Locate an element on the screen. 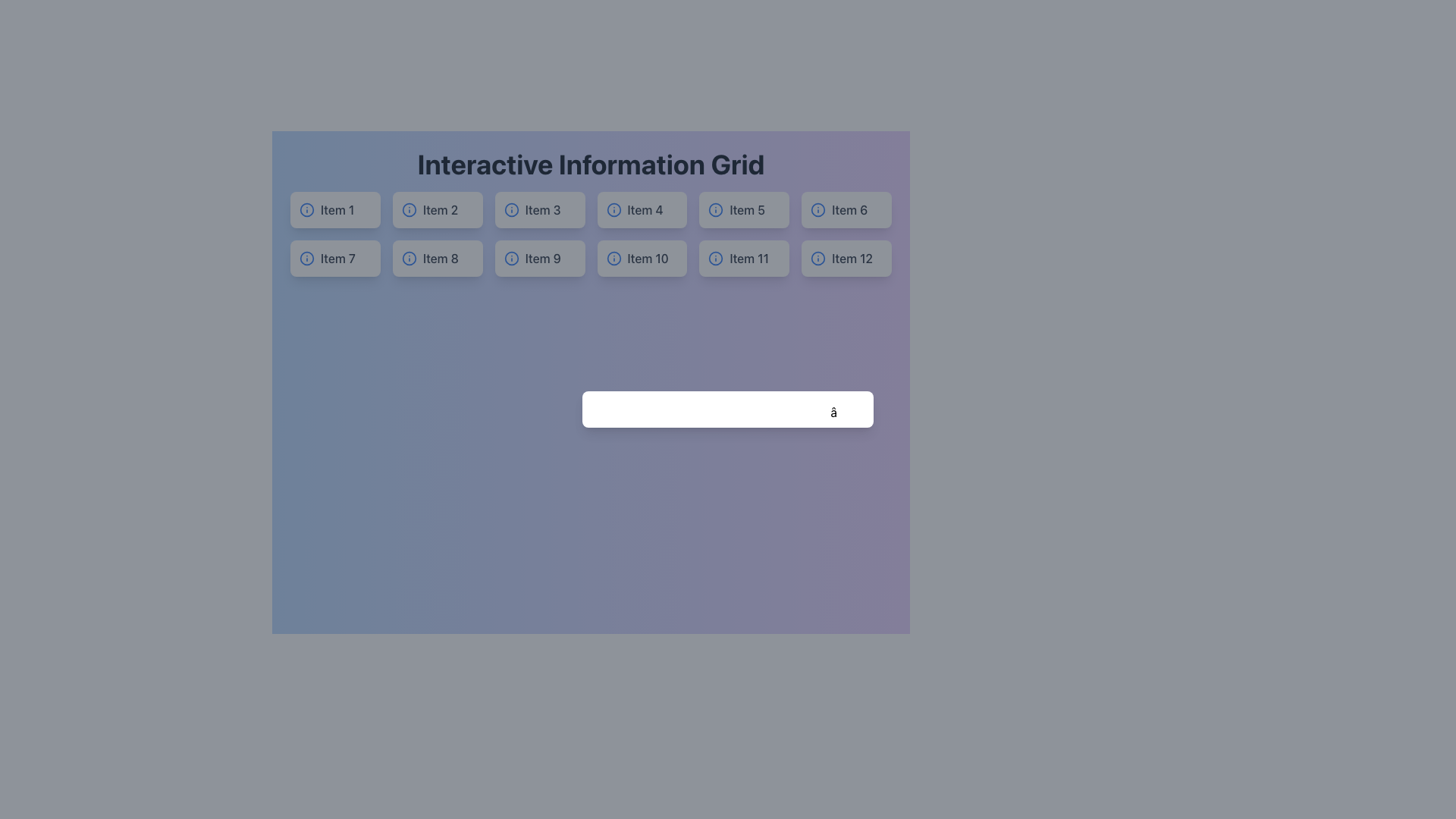 The height and width of the screenshot is (819, 1456). the 'Item 4' text label, which is the fourth item in the interactive information grid and serves as a visual identifier for users is located at coordinates (645, 210).